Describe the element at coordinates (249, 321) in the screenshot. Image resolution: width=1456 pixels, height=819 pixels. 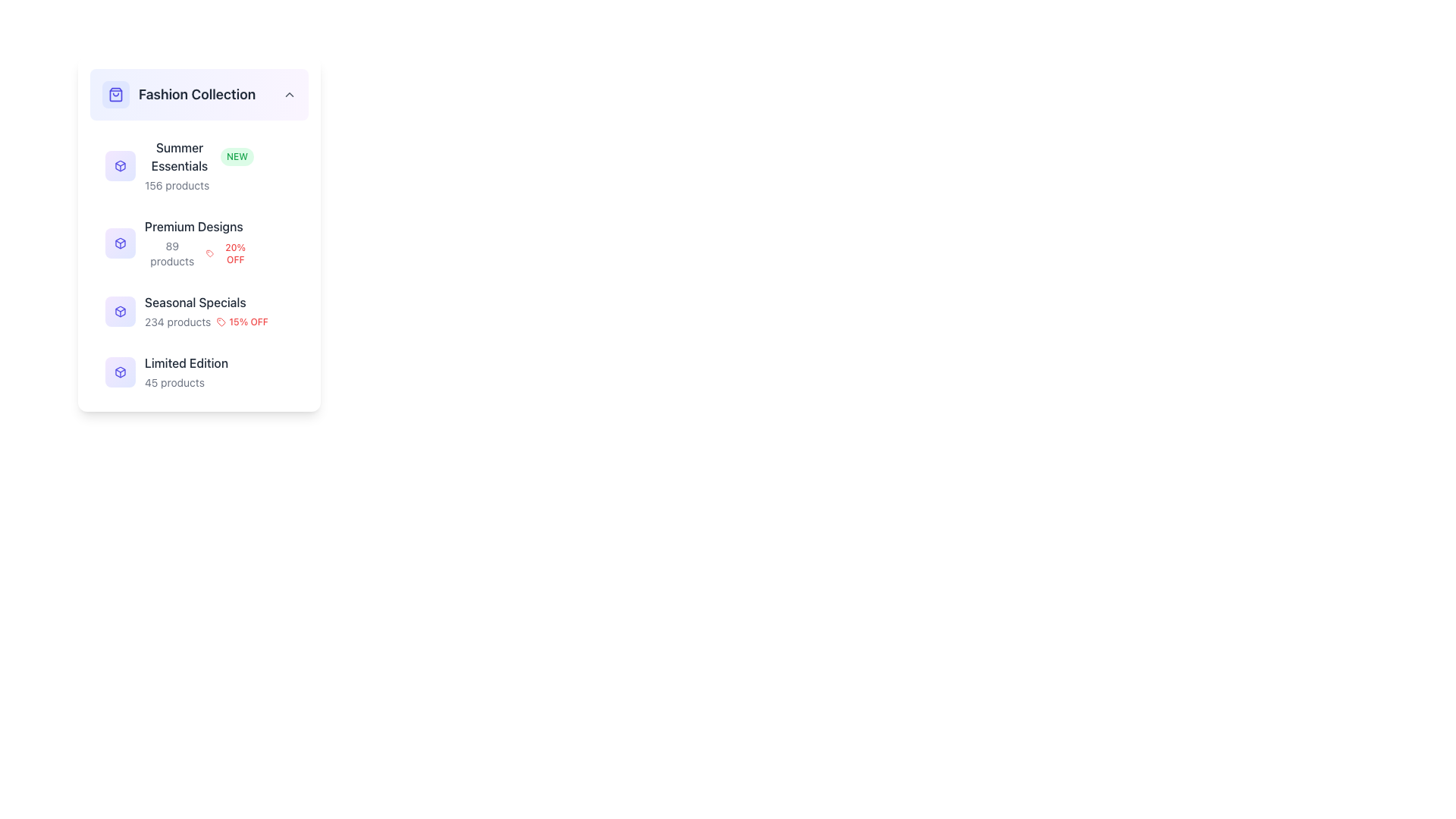
I see `the text label communicating a discount or special offer located under 'Seasonal Specials' to the right of the product count` at that location.